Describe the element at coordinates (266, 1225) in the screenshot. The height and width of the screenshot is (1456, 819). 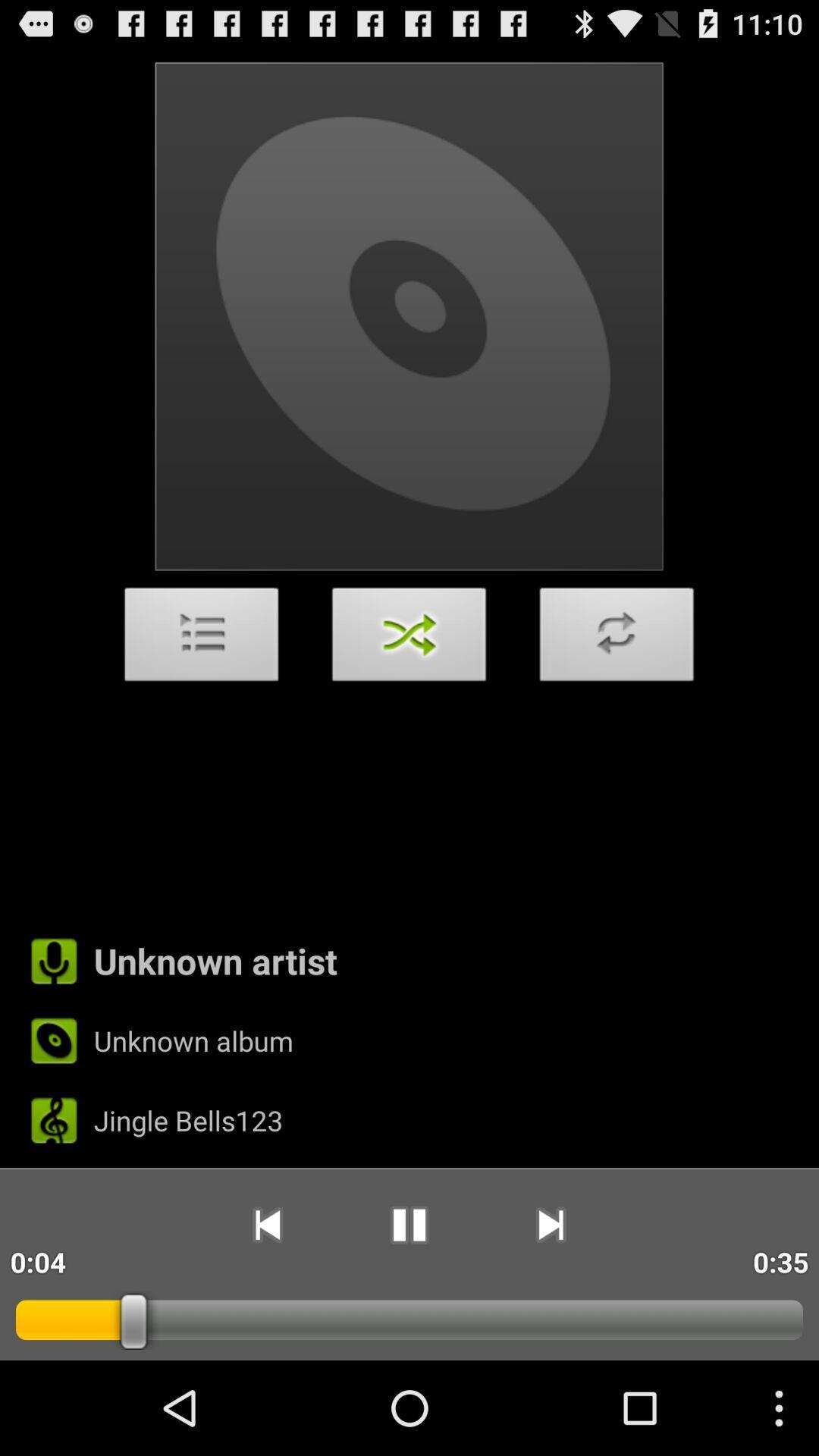
I see `app next to the 0:12 app` at that location.